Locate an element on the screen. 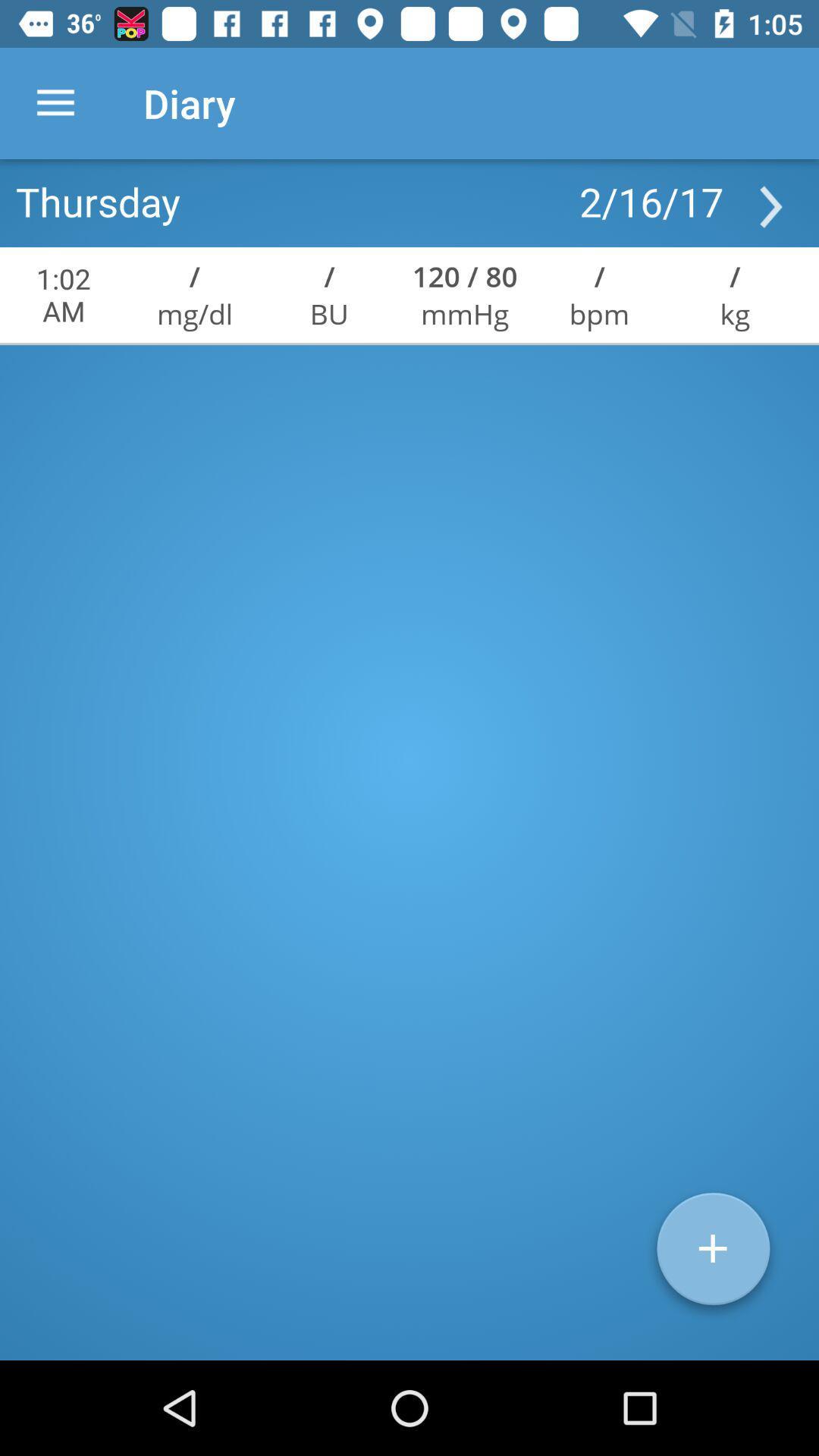  the mmhg icon is located at coordinates (464, 312).